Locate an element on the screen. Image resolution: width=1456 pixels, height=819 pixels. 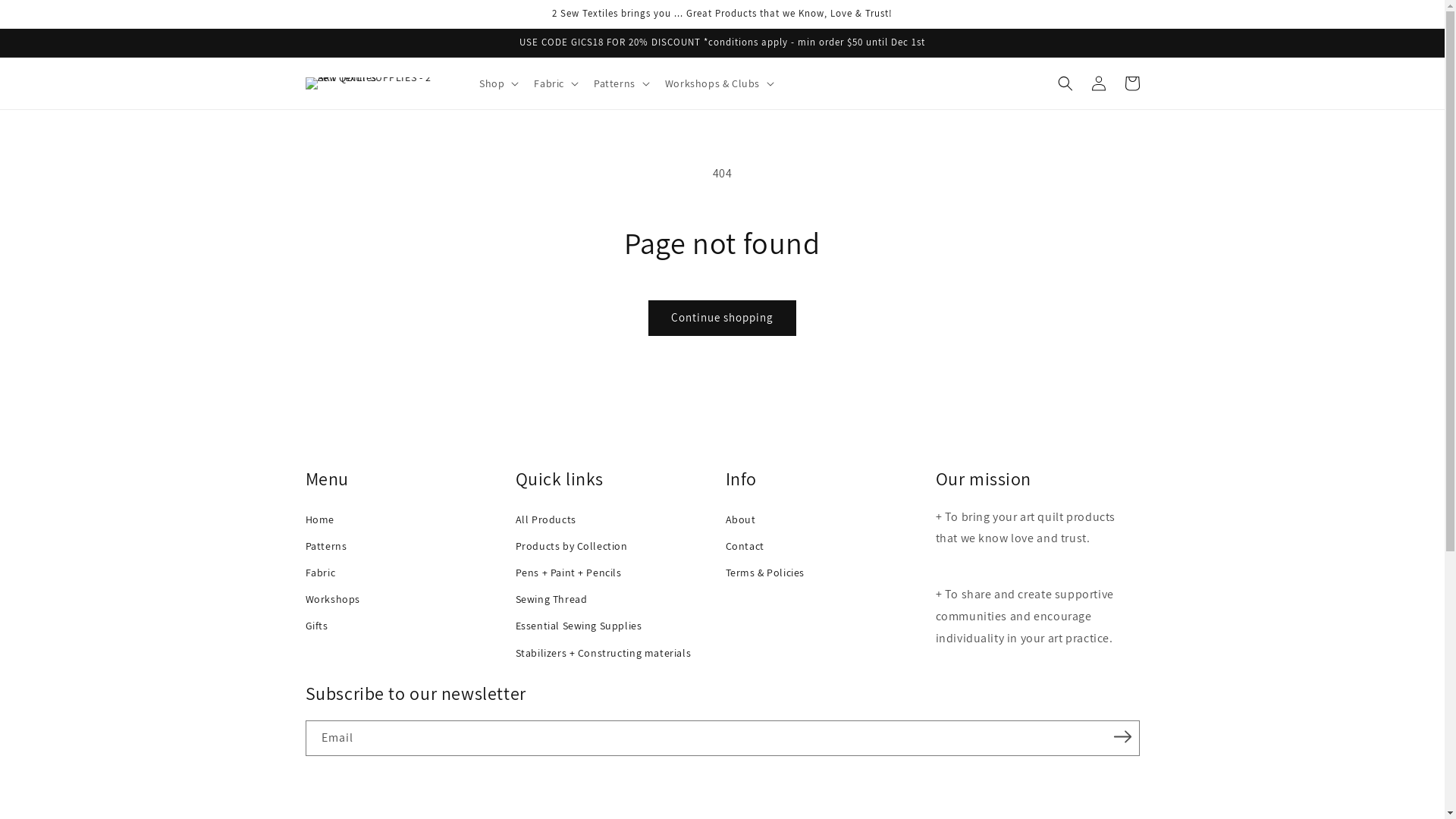
'Cart' is located at coordinates (1131, 83).